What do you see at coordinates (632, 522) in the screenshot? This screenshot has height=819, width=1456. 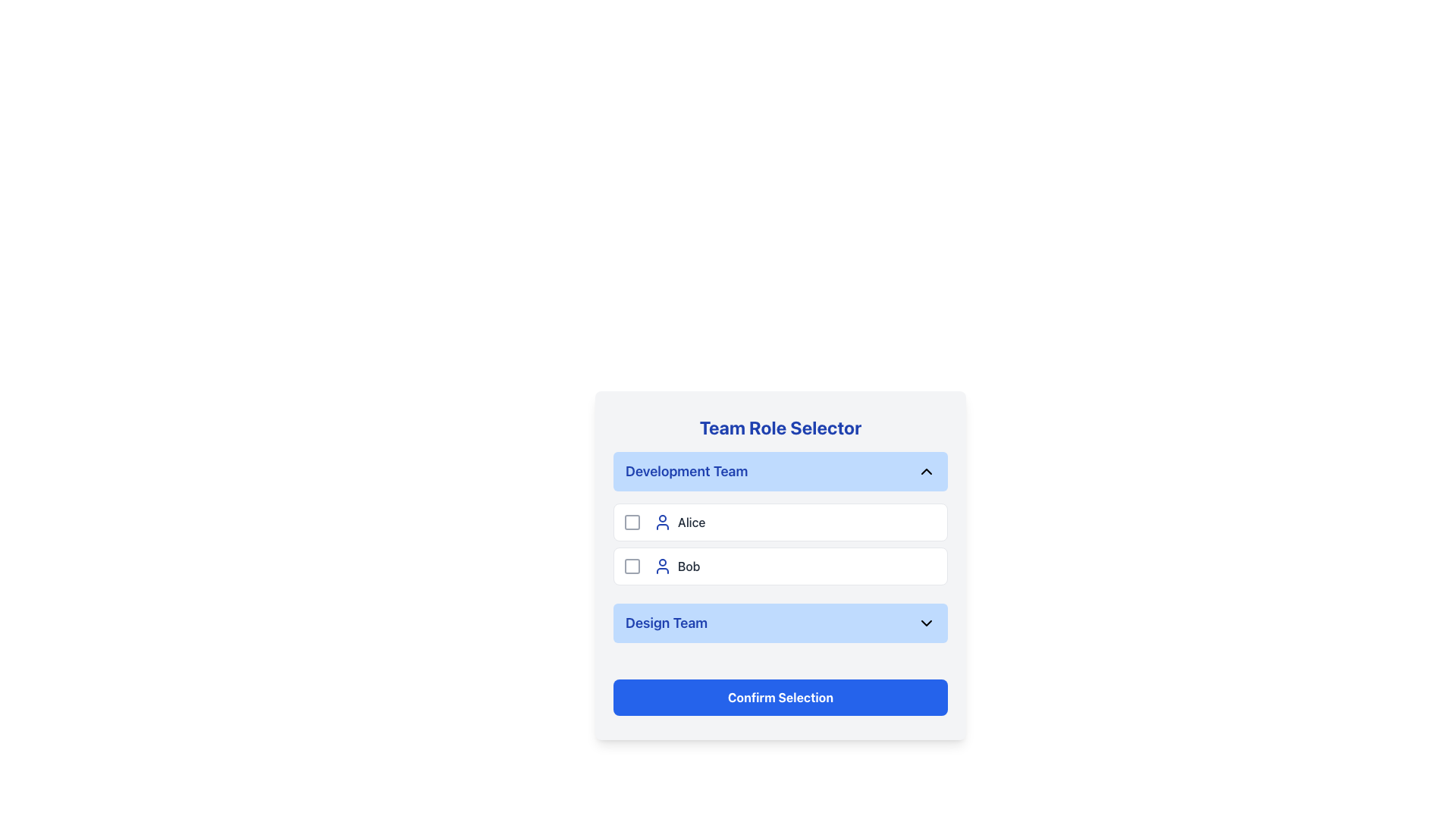 I see `the checkbox associated with the list item for 'Alice' to receive a visual response` at bounding box center [632, 522].